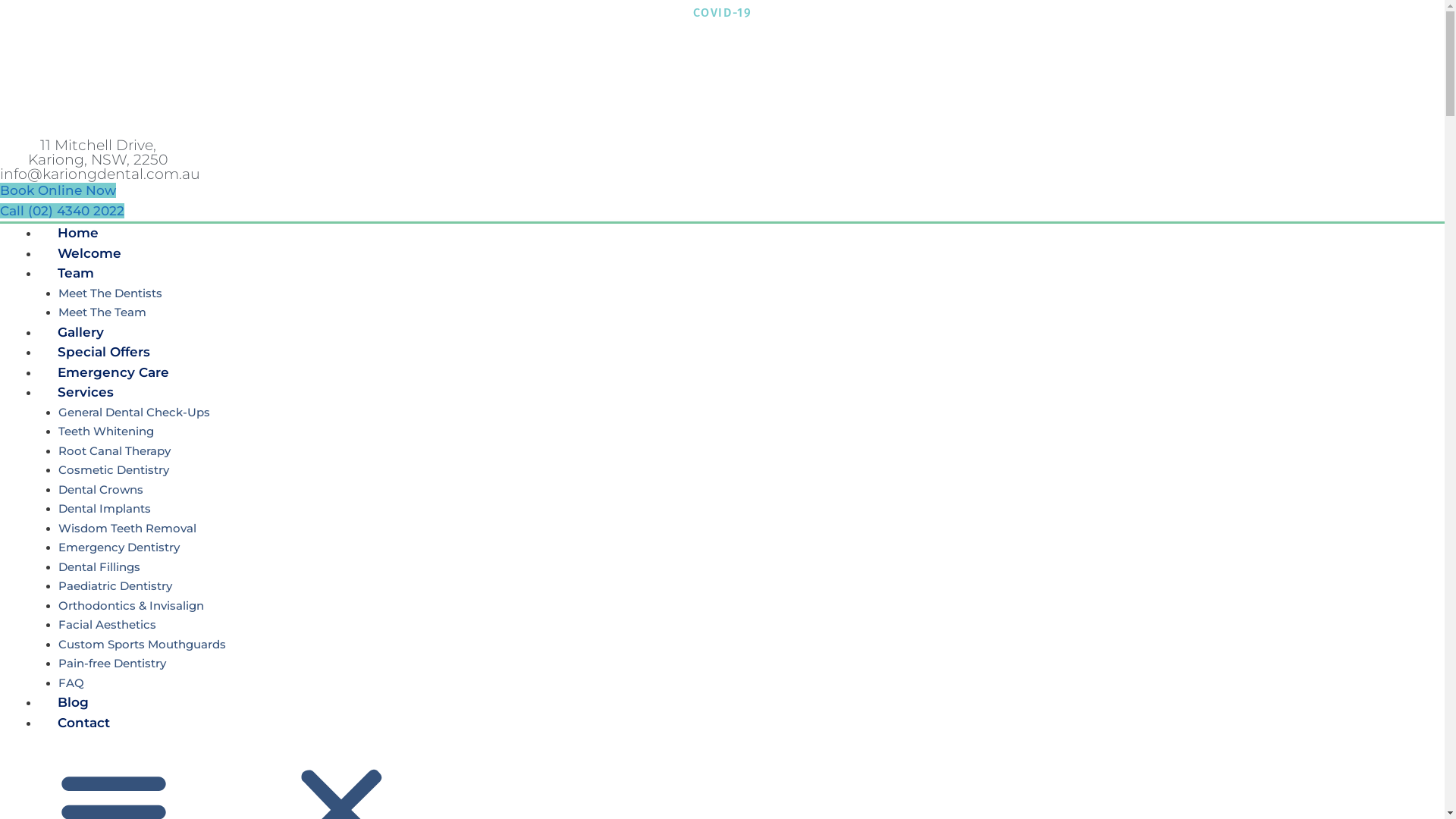  What do you see at coordinates (103, 351) in the screenshot?
I see `'Special Offers'` at bounding box center [103, 351].